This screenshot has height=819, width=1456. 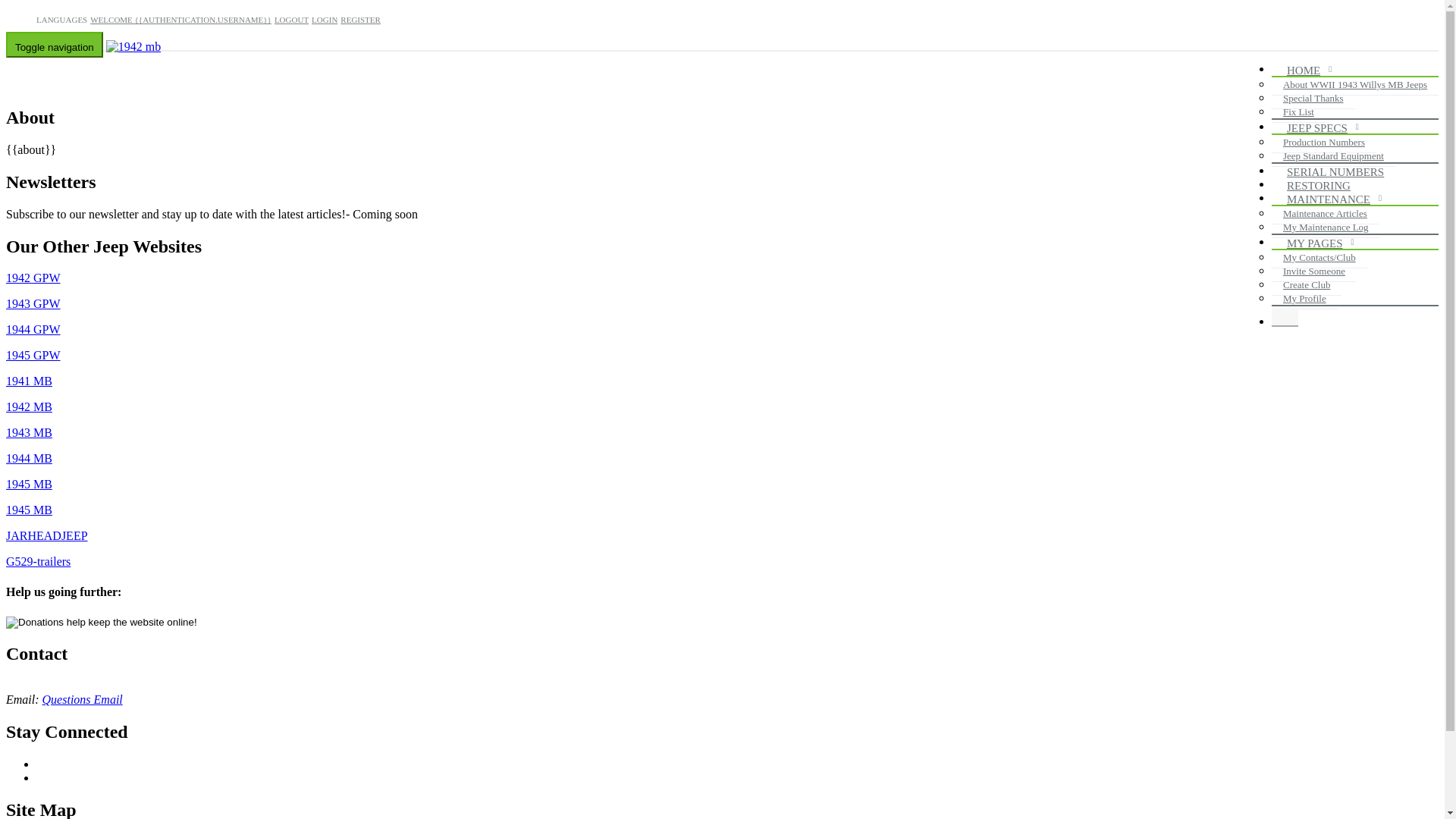 What do you see at coordinates (1306, 71) in the screenshot?
I see `'HOME'` at bounding box center [1306, 71].